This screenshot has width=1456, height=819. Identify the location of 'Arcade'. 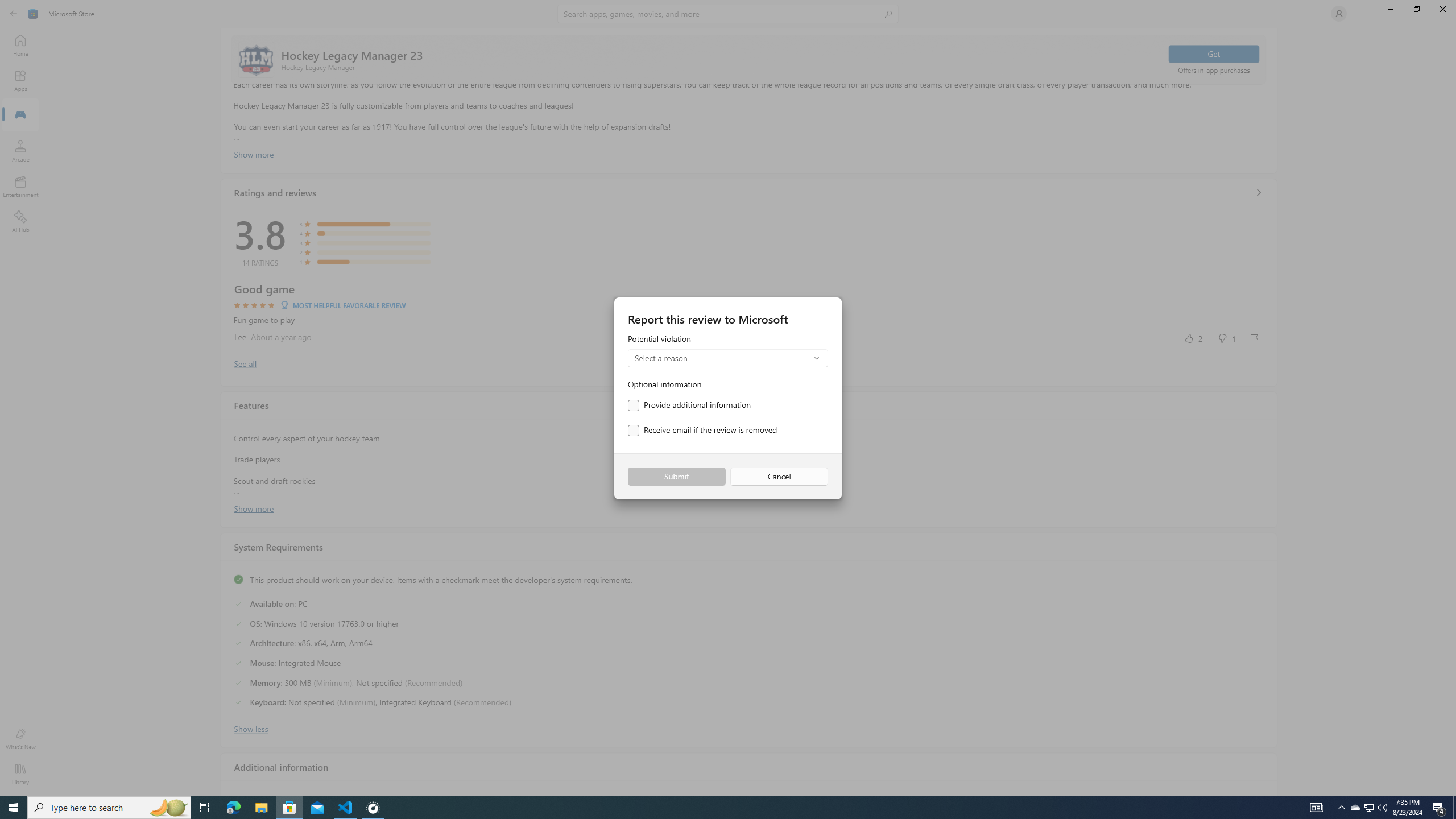
(19, 150).